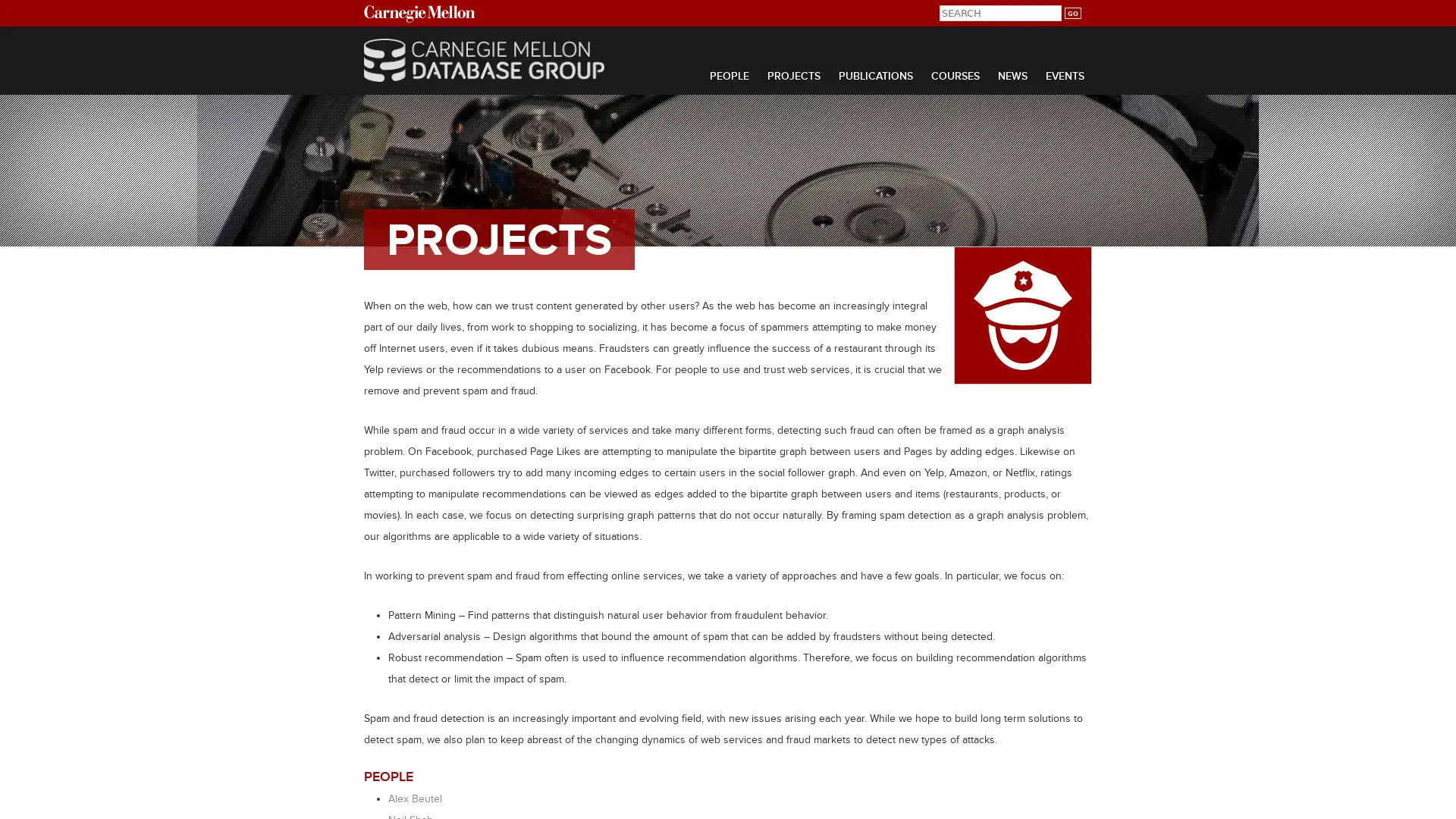 This screenshot has height=819, width=1456. What do you see at coordinates (1072, 13) in the screenshot?
I see `Go` at bounding box center [1072, 13].